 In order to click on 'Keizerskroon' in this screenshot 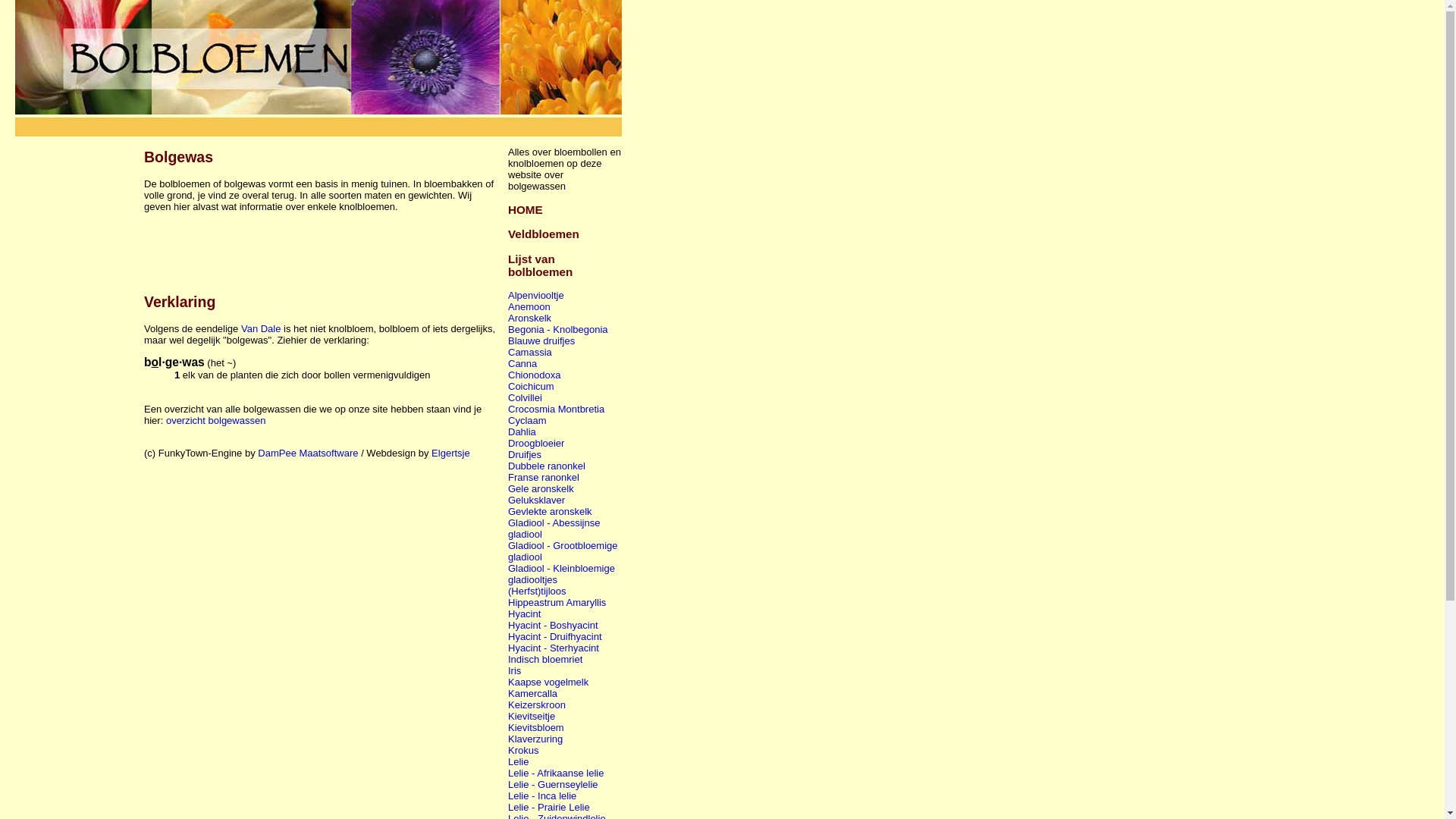, I will do `click(537, 704)`.